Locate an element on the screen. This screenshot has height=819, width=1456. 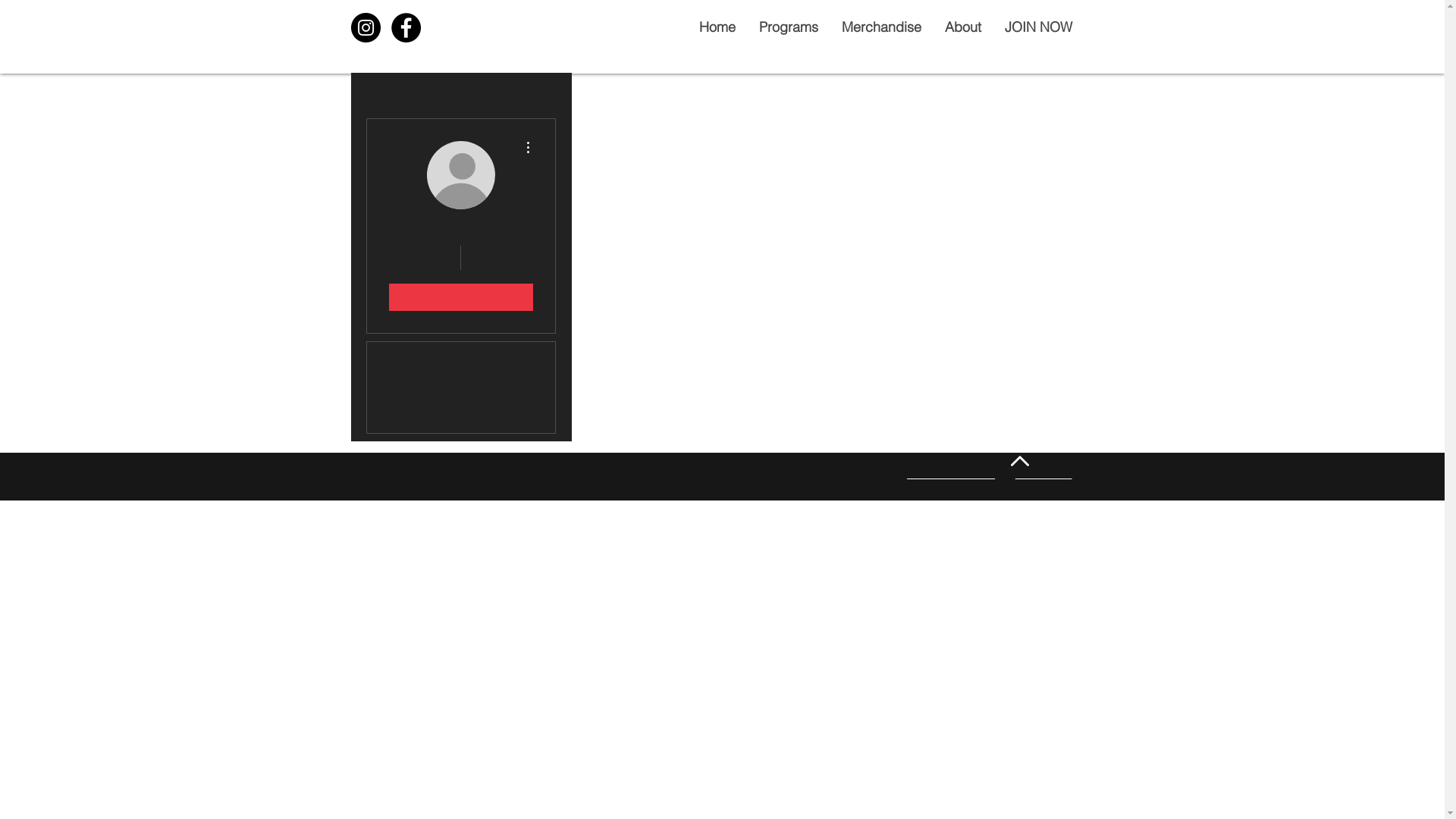
'Terms and Conditions' is located at coordinates (949, 473).